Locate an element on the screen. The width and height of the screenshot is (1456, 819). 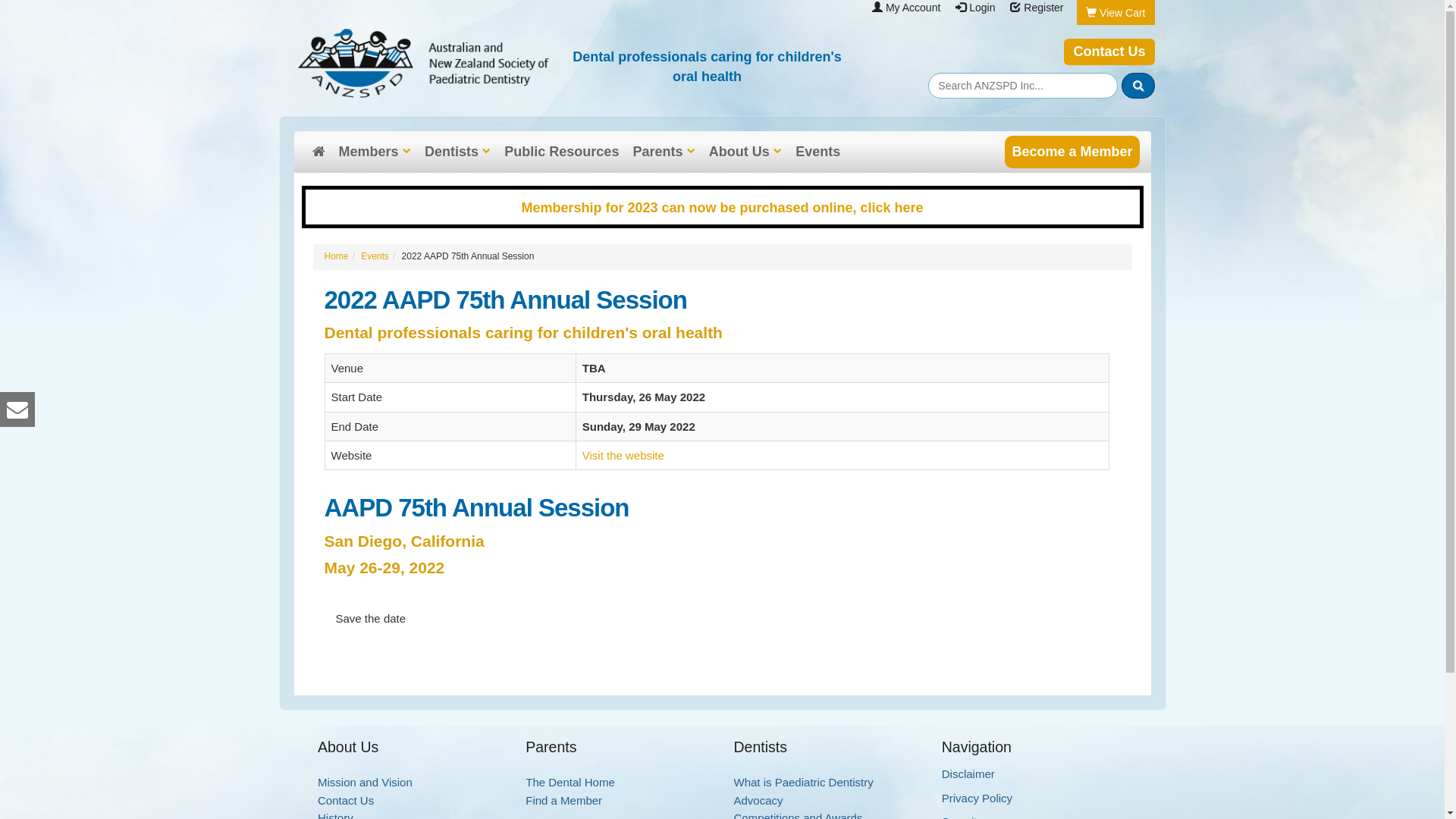
'ANZSPD Inc Email Us' is located at coordinates (17, 409).